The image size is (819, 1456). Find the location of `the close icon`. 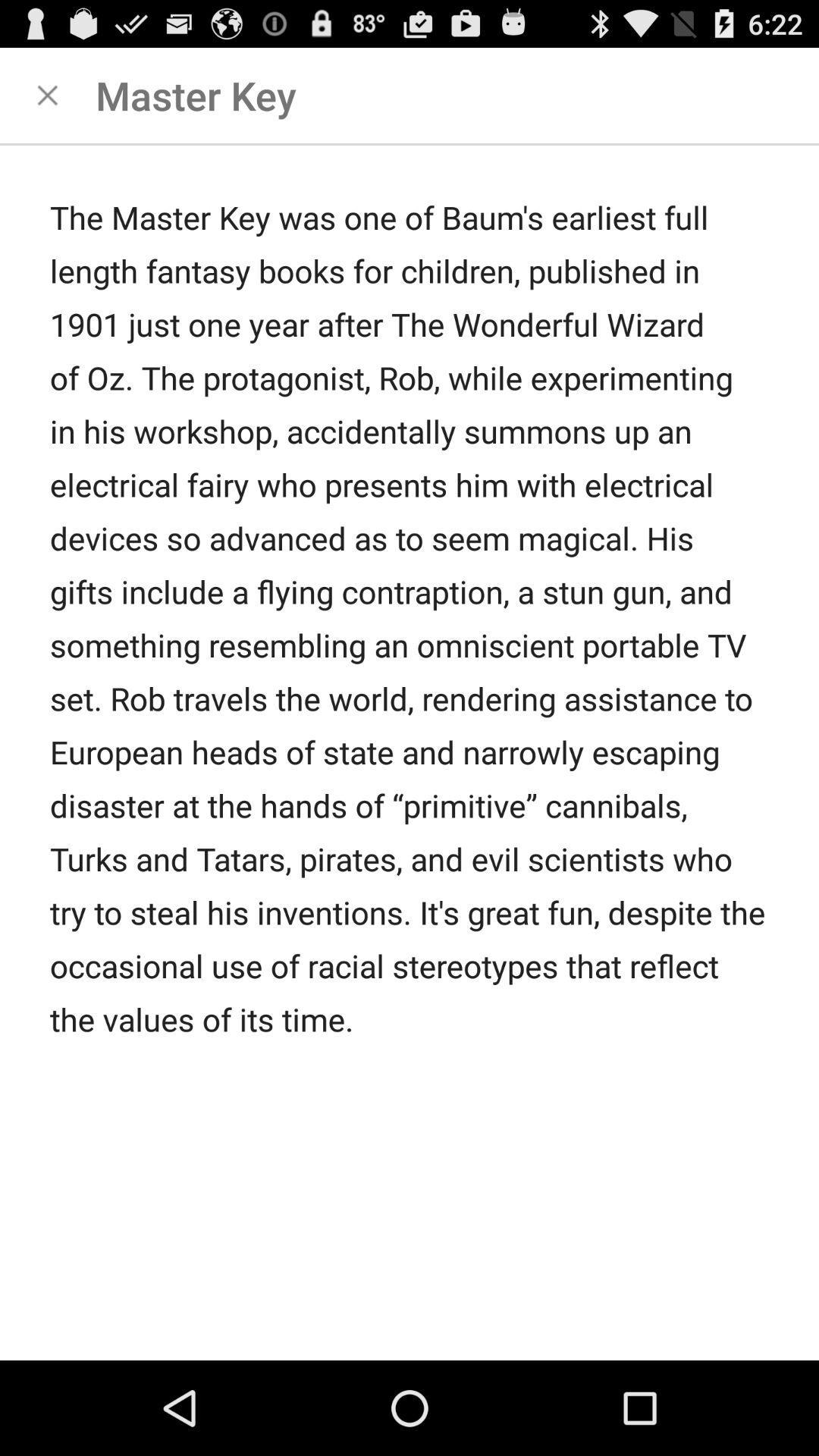

the close icon is located at coordinates (46, 101).